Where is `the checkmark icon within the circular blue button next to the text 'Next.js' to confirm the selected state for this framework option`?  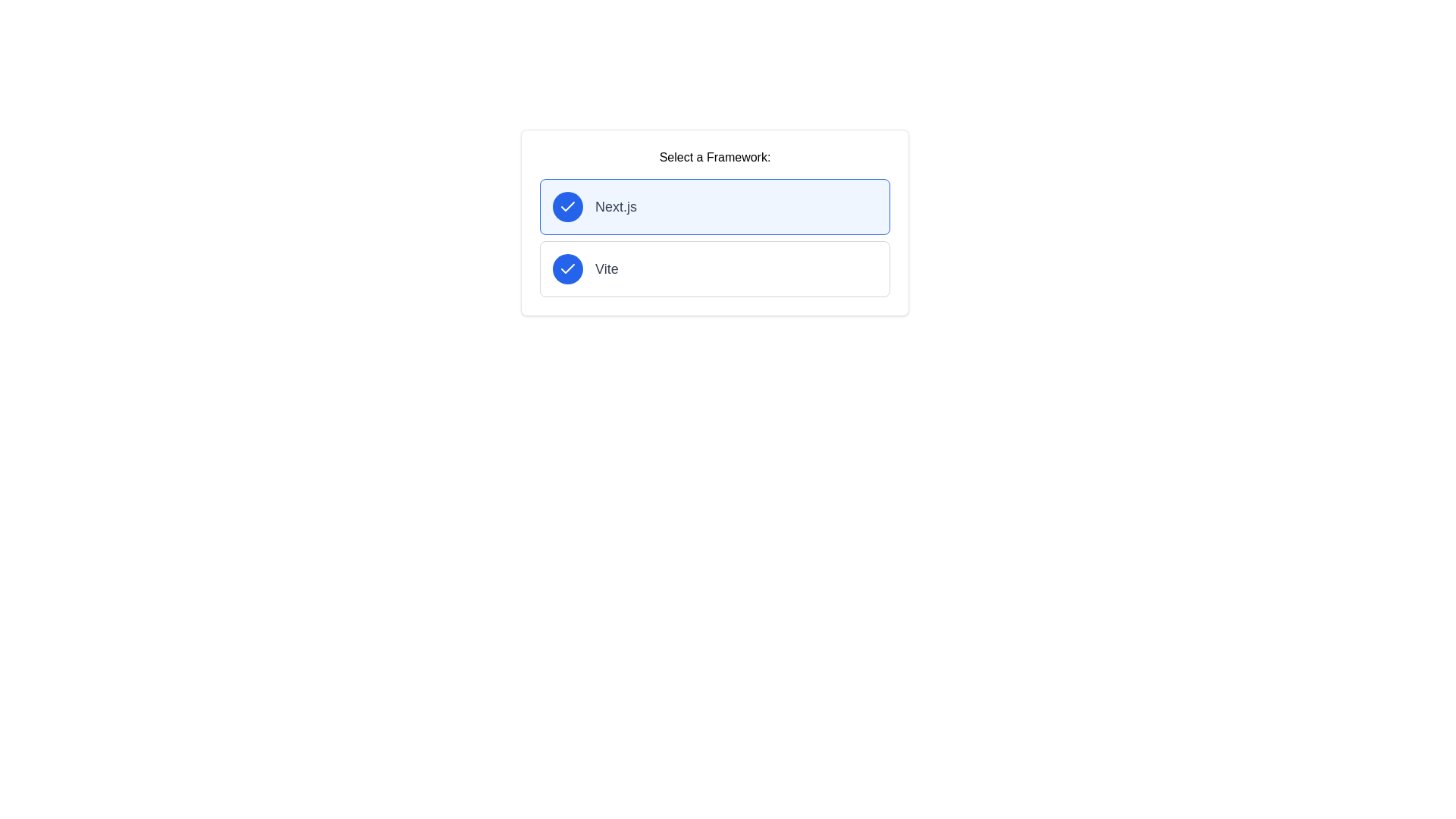
the checkmark icon within the circular blue button next to the text 'Next.js' to confirm the selected state for this framework option is located at coordinates (566, 268).